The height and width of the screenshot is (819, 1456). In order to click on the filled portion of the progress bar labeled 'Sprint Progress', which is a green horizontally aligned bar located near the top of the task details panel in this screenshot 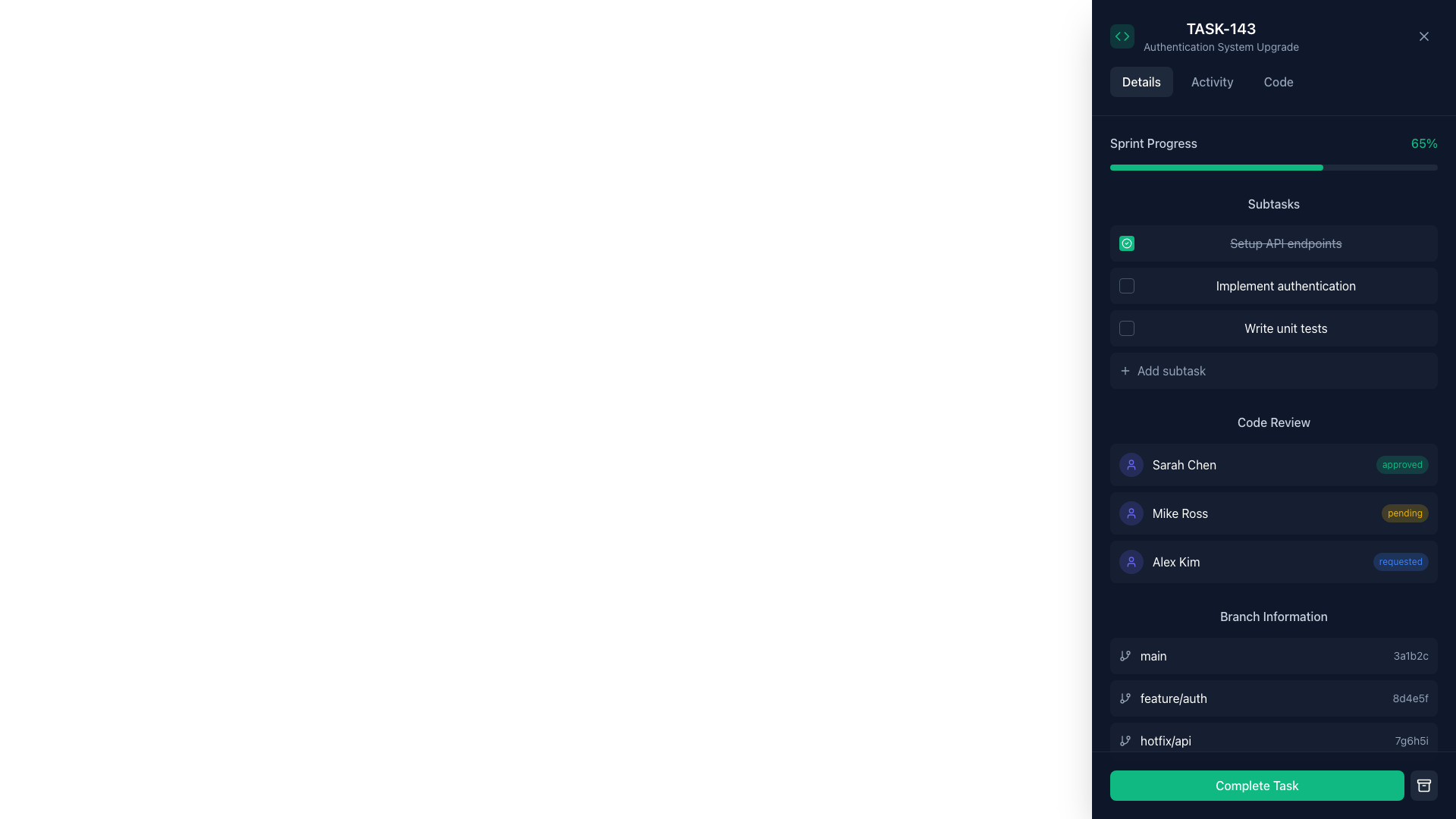, I will do `click(1216, 167)`.